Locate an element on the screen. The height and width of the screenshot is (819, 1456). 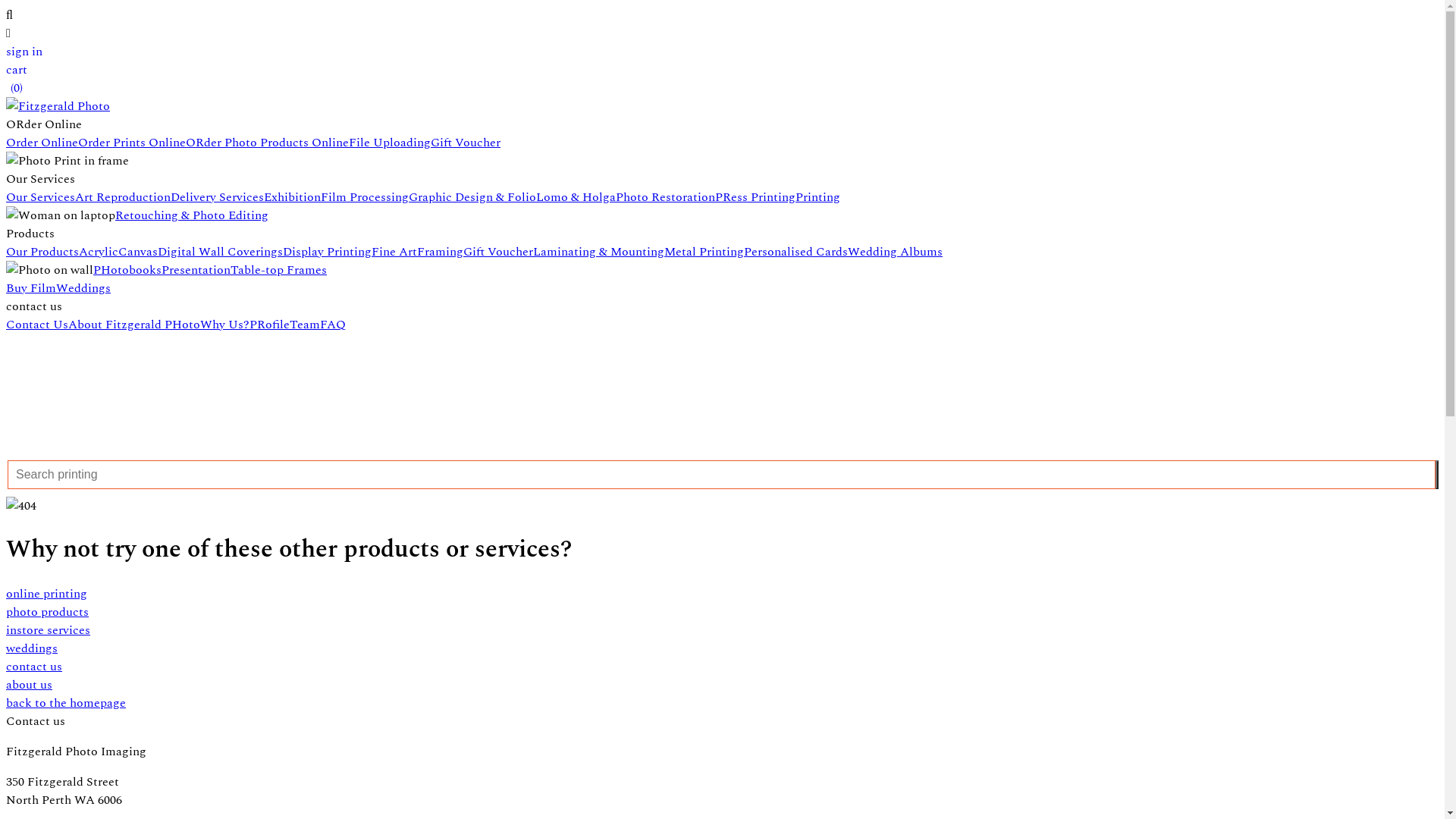
'Canvas' is located at coordinates (138, 250).